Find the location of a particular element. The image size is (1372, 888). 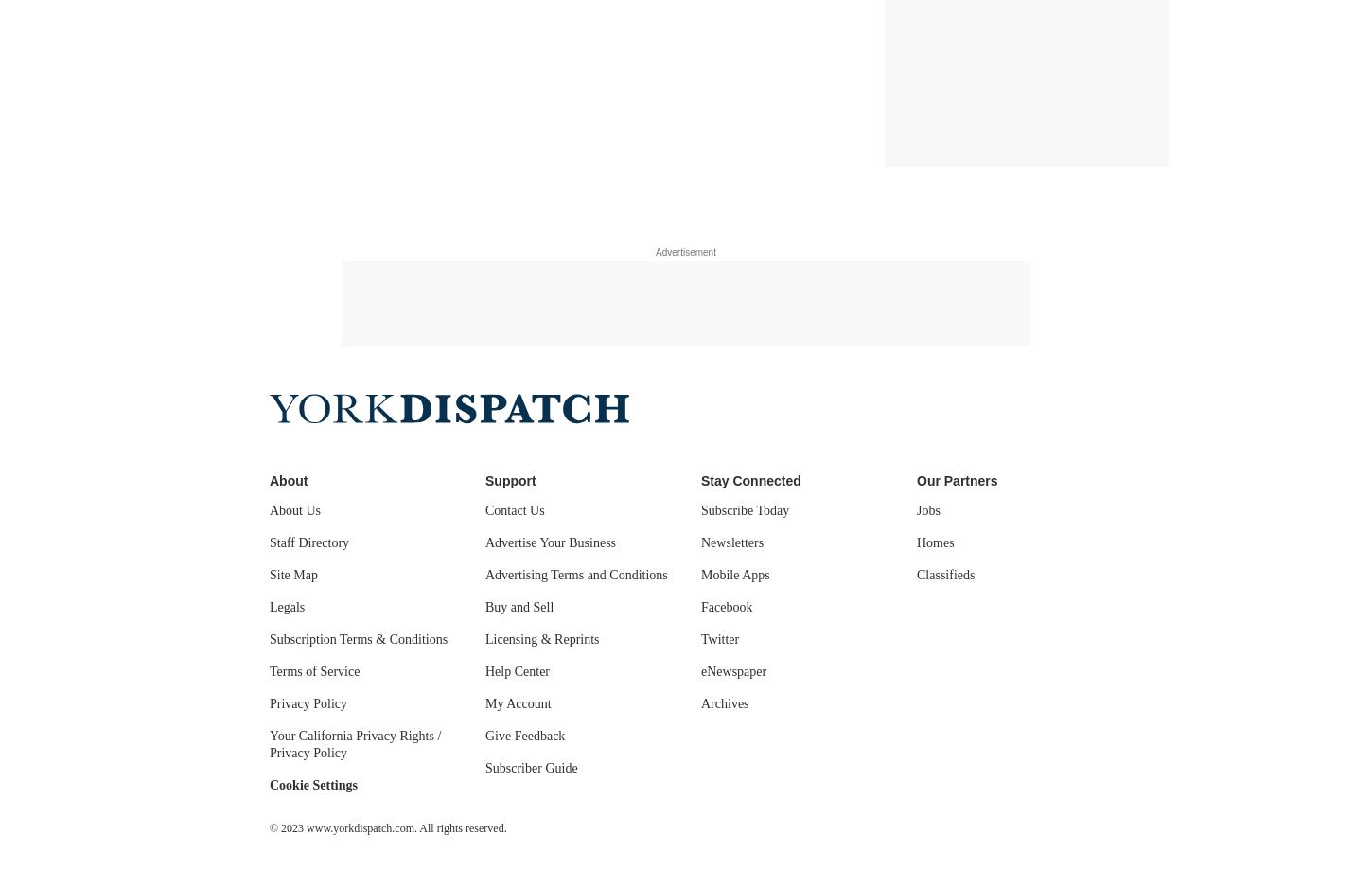

'About Us' is located at coordinates (295, 510).